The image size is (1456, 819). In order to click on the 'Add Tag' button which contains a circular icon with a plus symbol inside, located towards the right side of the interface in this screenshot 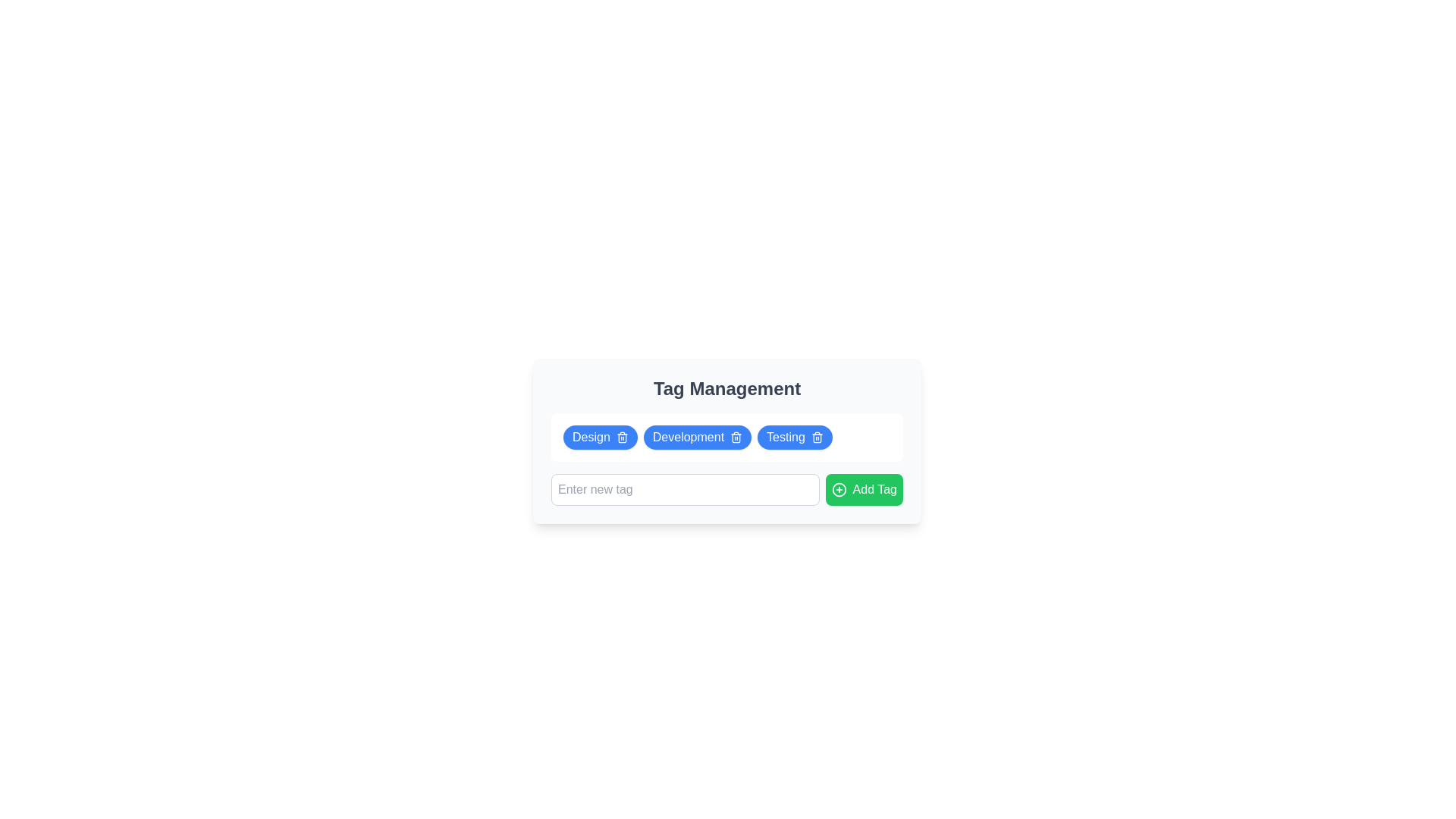, I will do `click(838, 489)`.